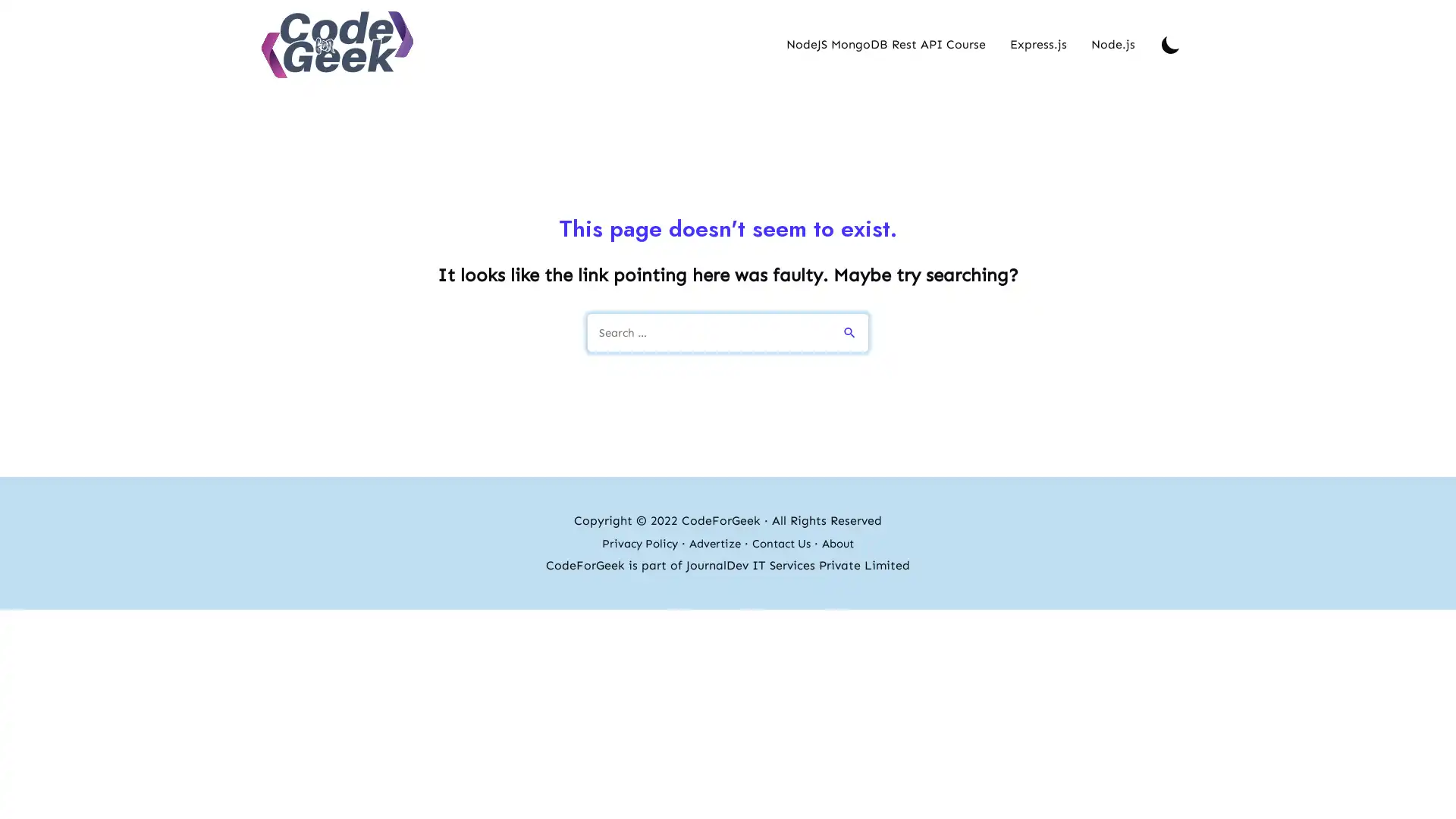  I want to click on Search, so click(851, 329).